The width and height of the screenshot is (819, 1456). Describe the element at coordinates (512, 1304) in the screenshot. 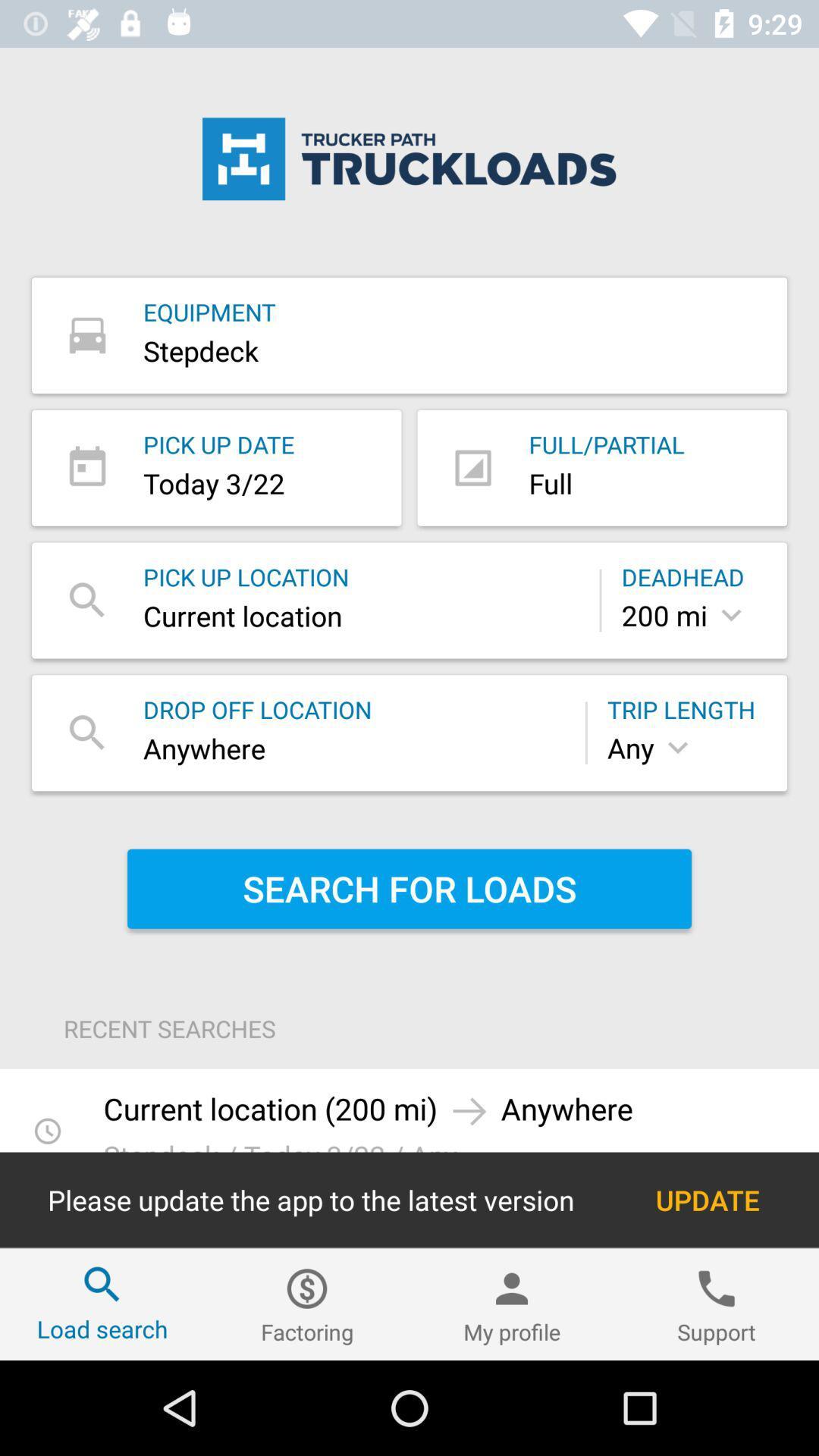

I see `the item next to the support` at that location.